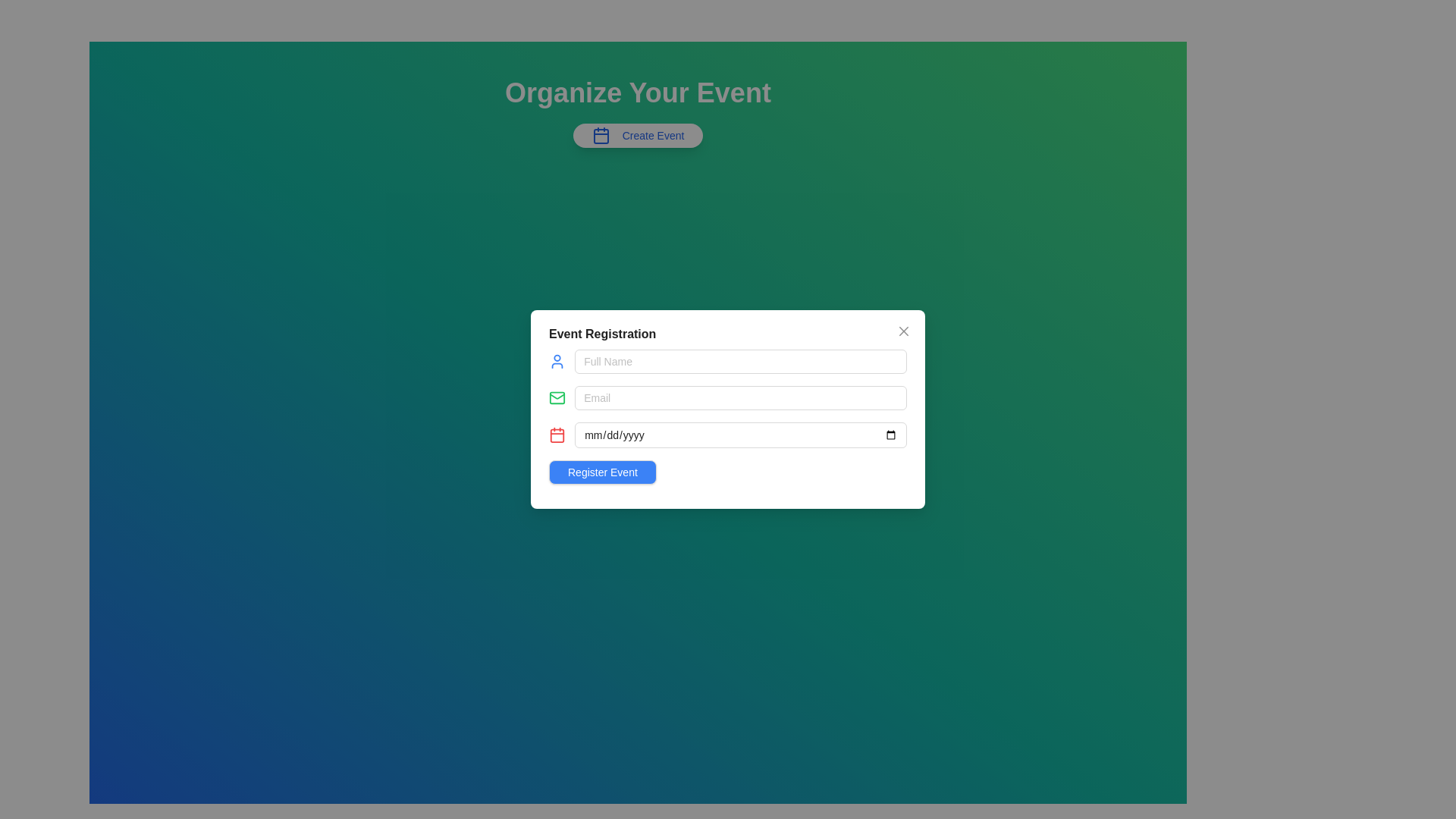 This screenshot has height=819, width=1456. Describe the element at coordinates (600, 134) in the screenshot. I see `the 'Create Event' button by clicking on the calendar icon located to the left of the button's text` at that location.